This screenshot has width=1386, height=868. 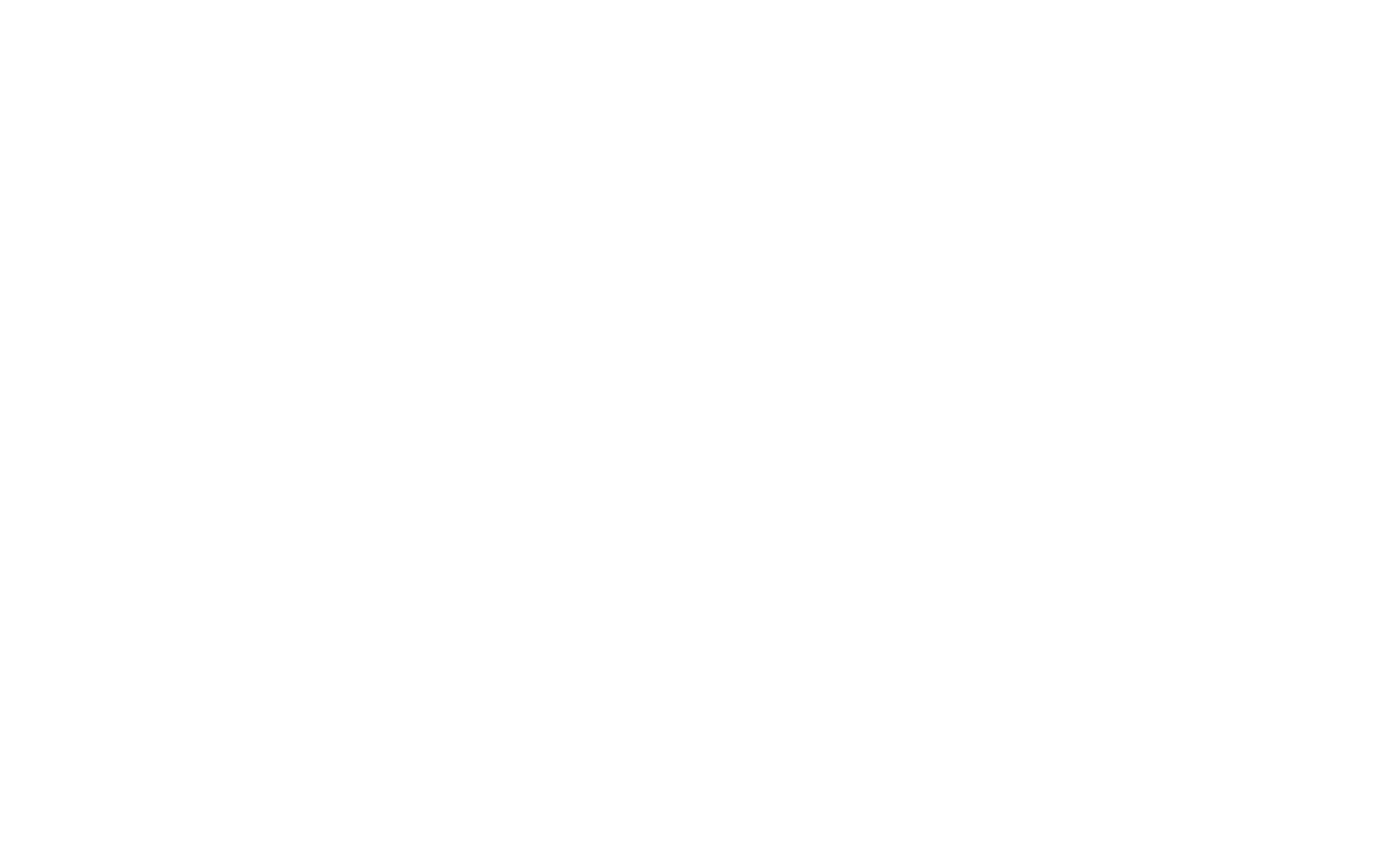 What do you see at coordinates (371, 441) in the screenshot?
I see `'THE LEGO® MOVIE 2™ © & ™. Warner Bros. Entertainment Inc., & The LEGO Group. LEGO, the LEGO logo, the Minifigure and the Brick and Knob configurations and LEGOLAND are trademarks and/or copyrights of the LEGO Group. ©2023 The LEGO Group. All rights reserved'` at bounding box center [371, 441].